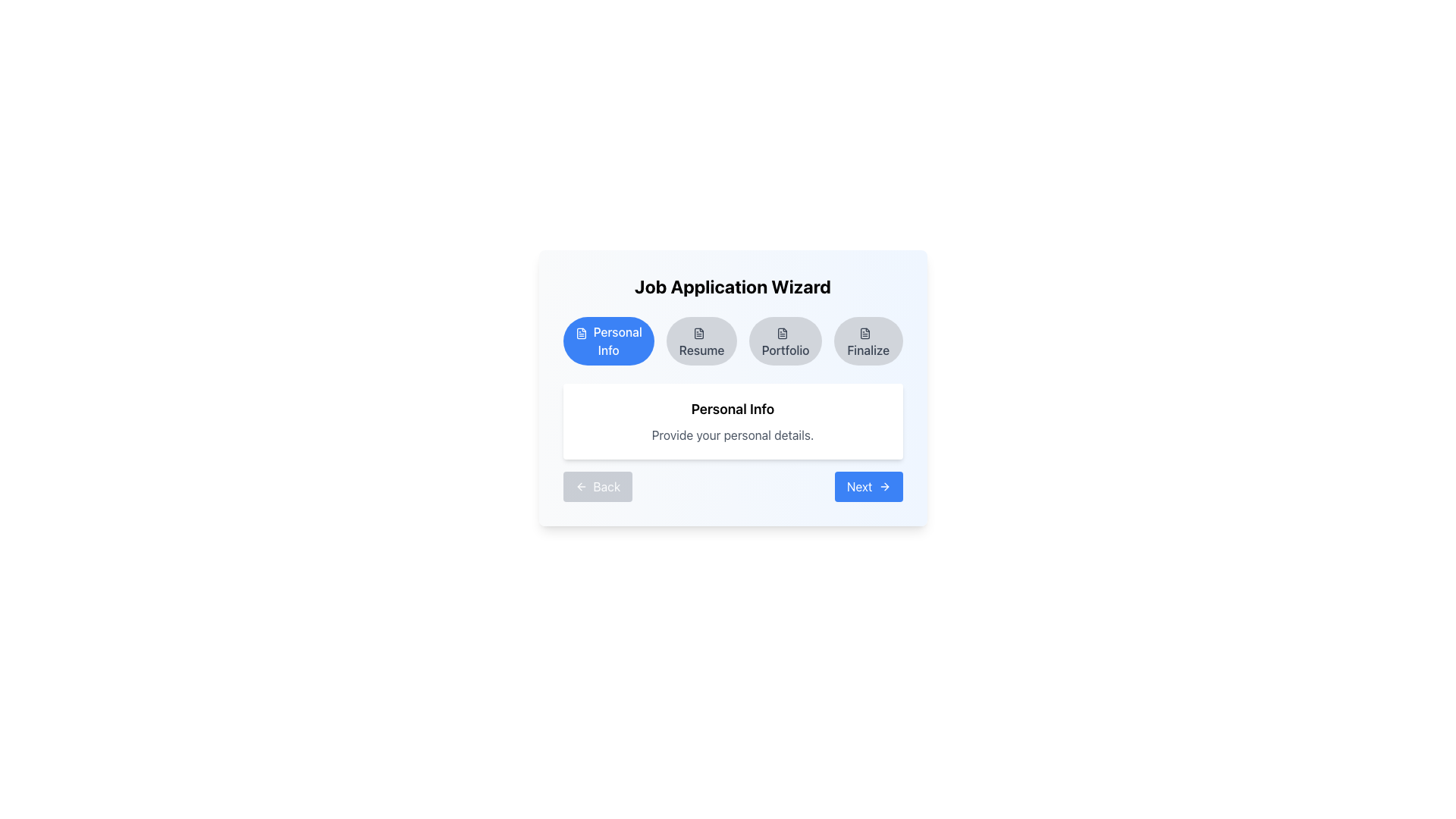 The height and width of the screenshot is (819, 1456). Describe the element at coordinates (868, 341) in the screenshot. I see `the 'Finalize' button, which is the fourth button in a row of similar buttons, positioned horizontally in the center near the top of the interface` at that location.